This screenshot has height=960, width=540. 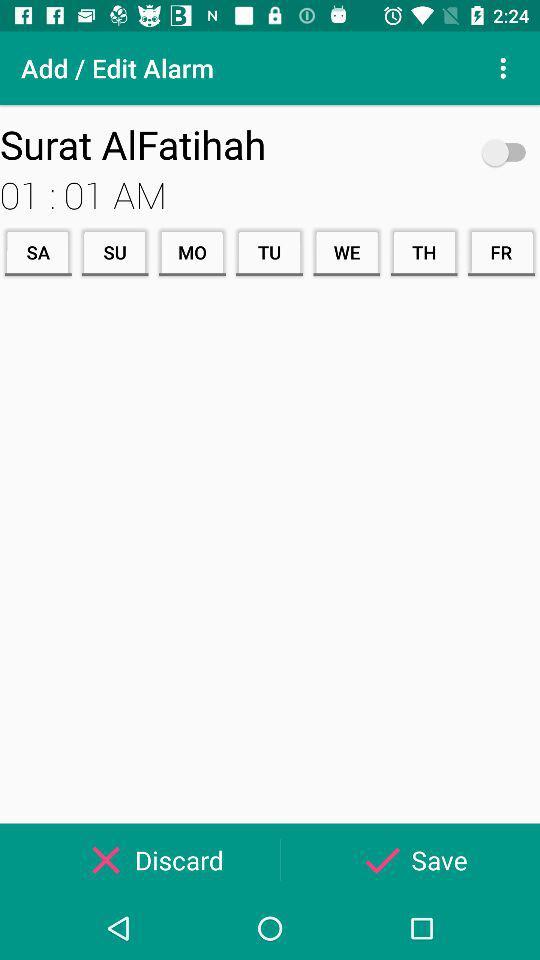 I want to click on the surat alfatihah icon, so click(x=238, y=143).